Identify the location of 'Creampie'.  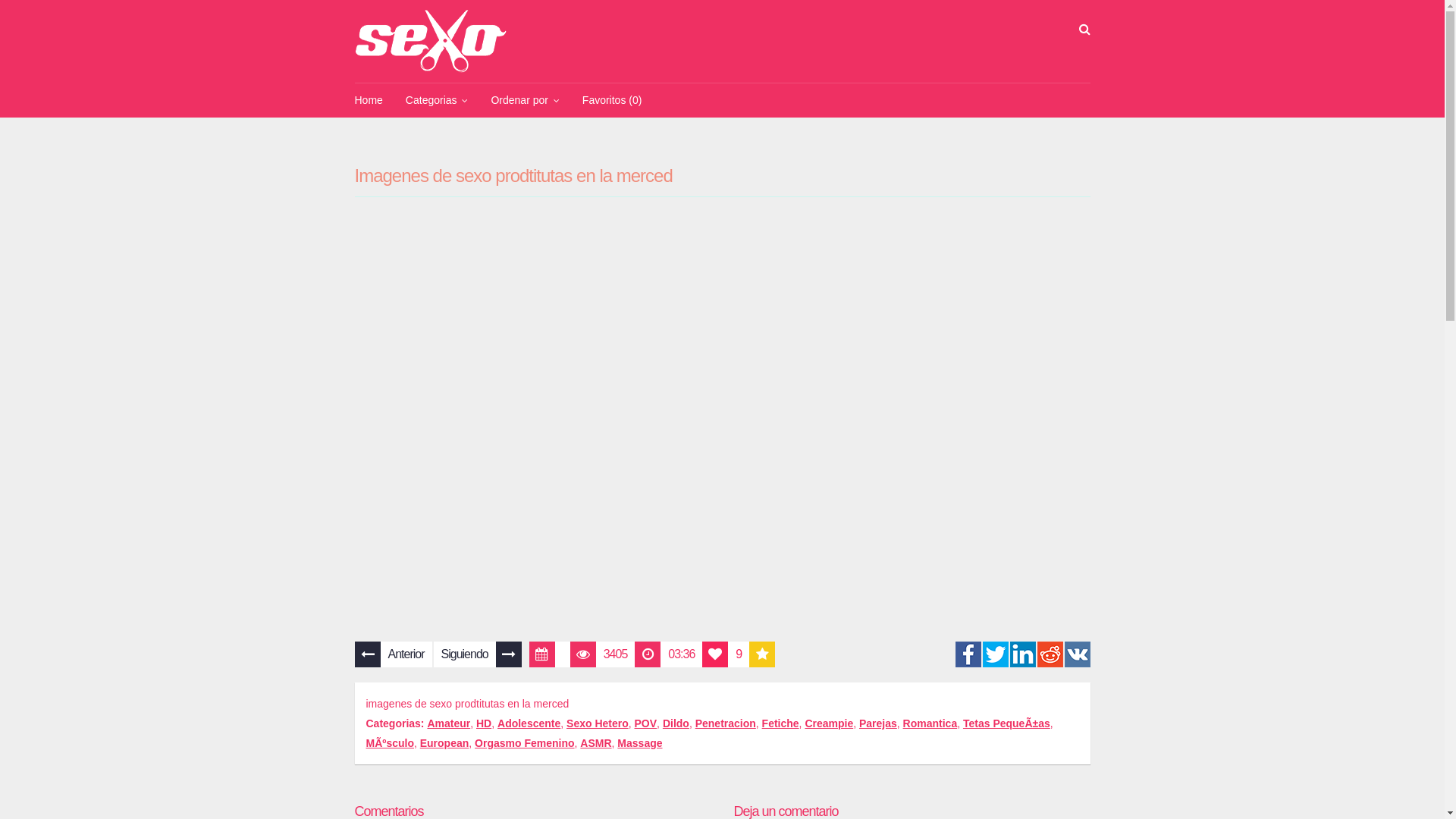
(803, 722).